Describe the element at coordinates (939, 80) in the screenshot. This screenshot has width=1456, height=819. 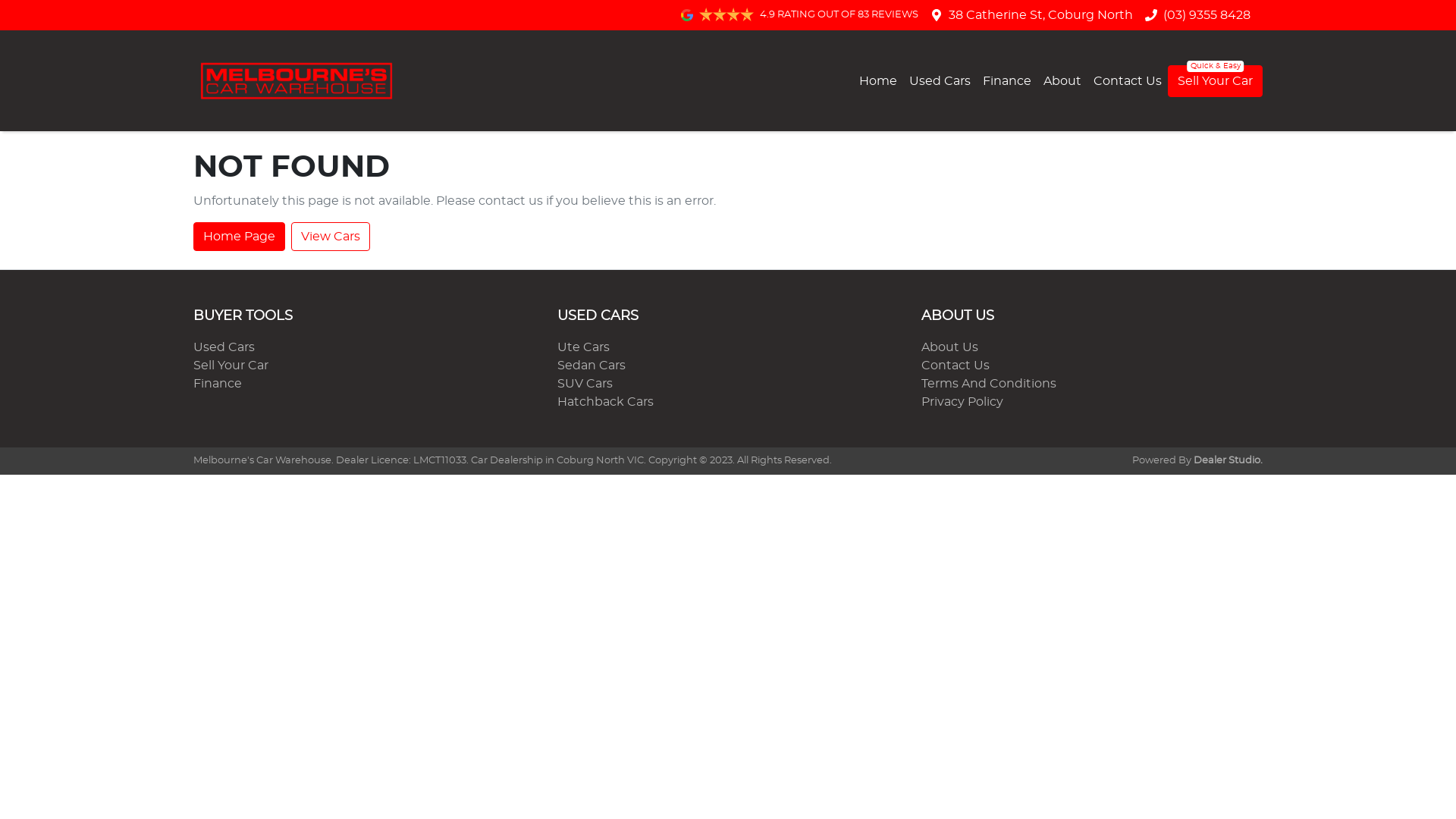
I see `'Used Cars'` at that location.